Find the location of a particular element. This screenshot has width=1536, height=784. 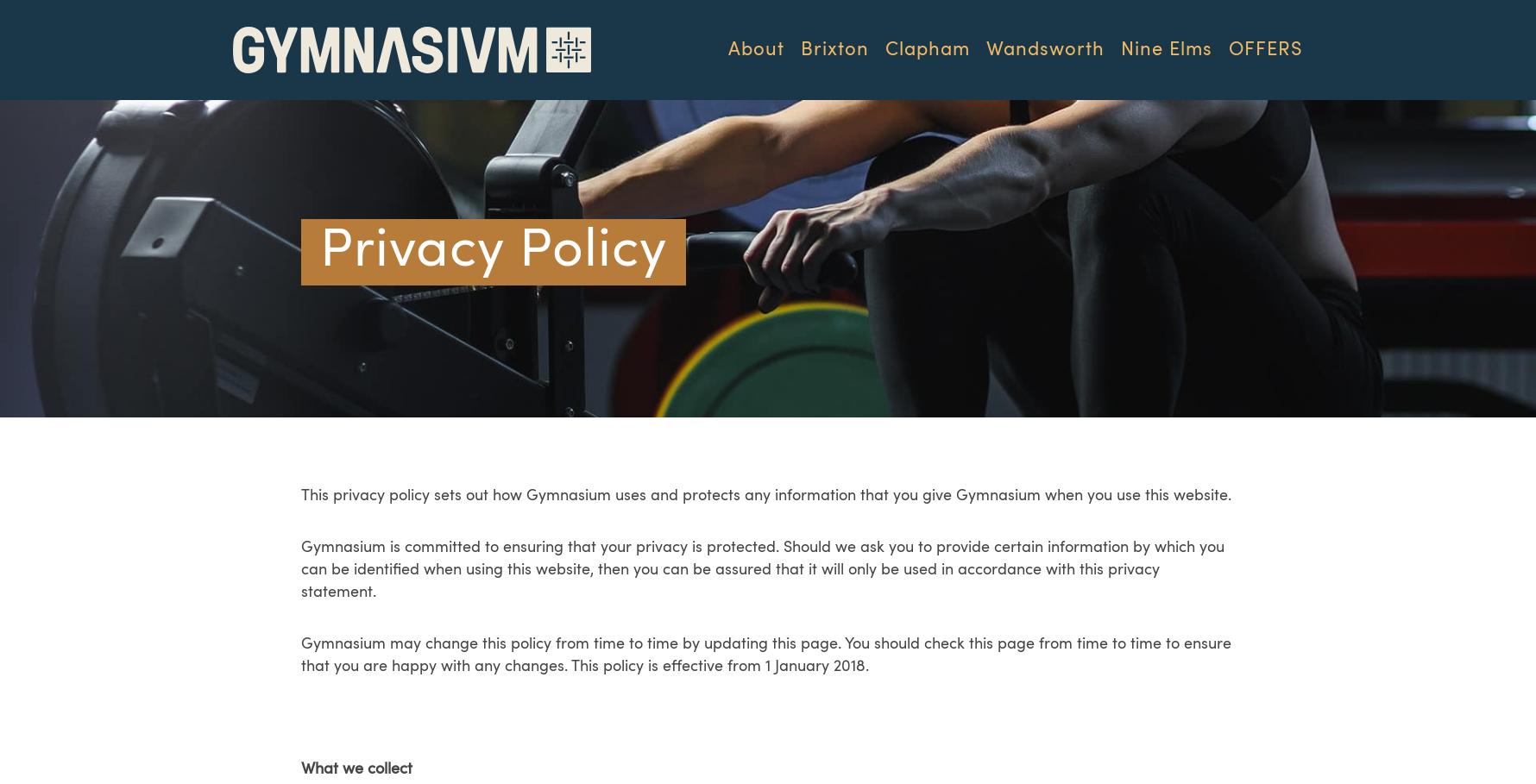

'Privacy Policy' is located at coordinates (319, 249).